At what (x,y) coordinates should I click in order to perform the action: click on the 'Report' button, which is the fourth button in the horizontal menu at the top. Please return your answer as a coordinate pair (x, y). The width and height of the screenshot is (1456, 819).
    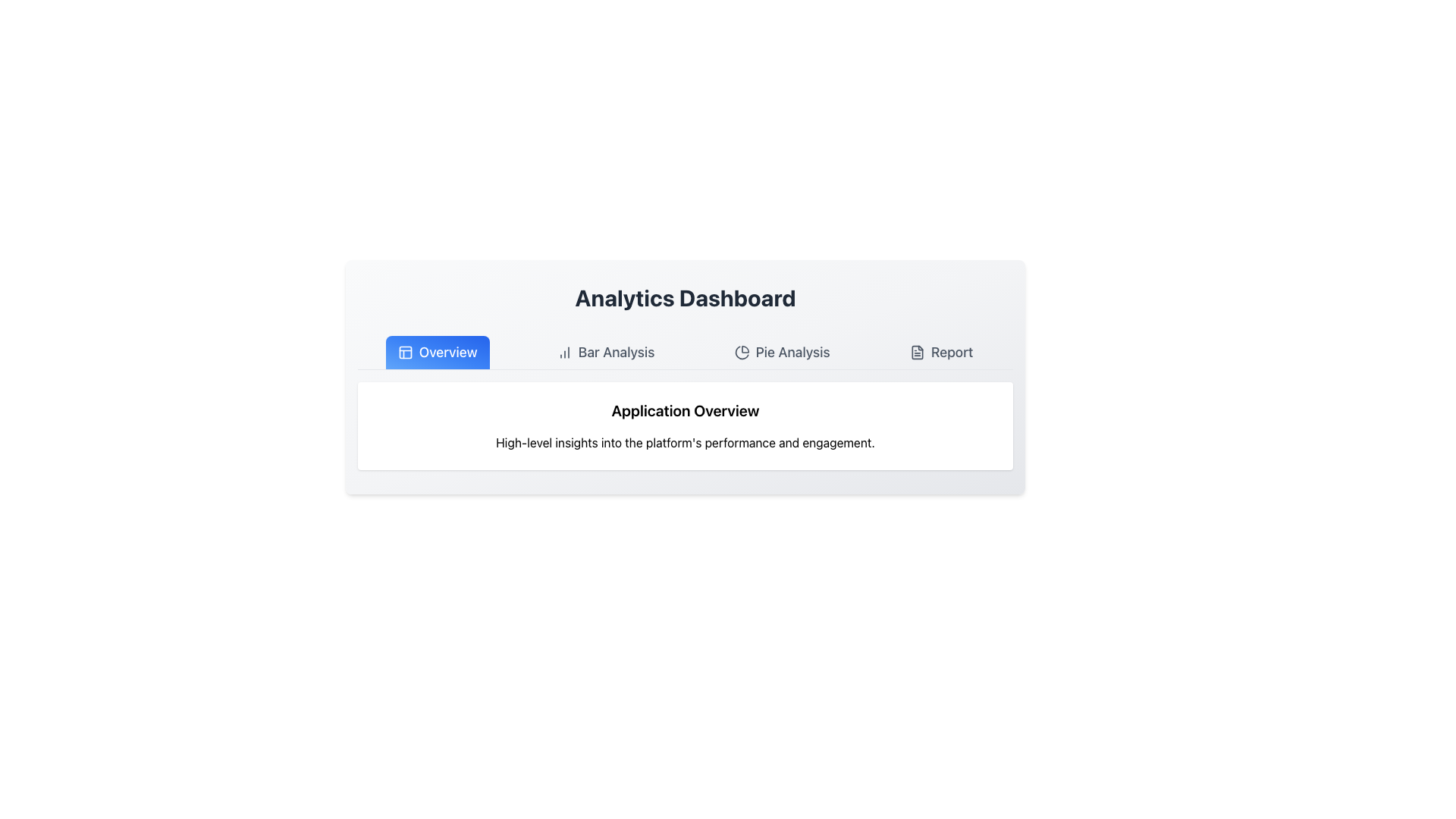
    Looking at the image, I should click on (940, 353).